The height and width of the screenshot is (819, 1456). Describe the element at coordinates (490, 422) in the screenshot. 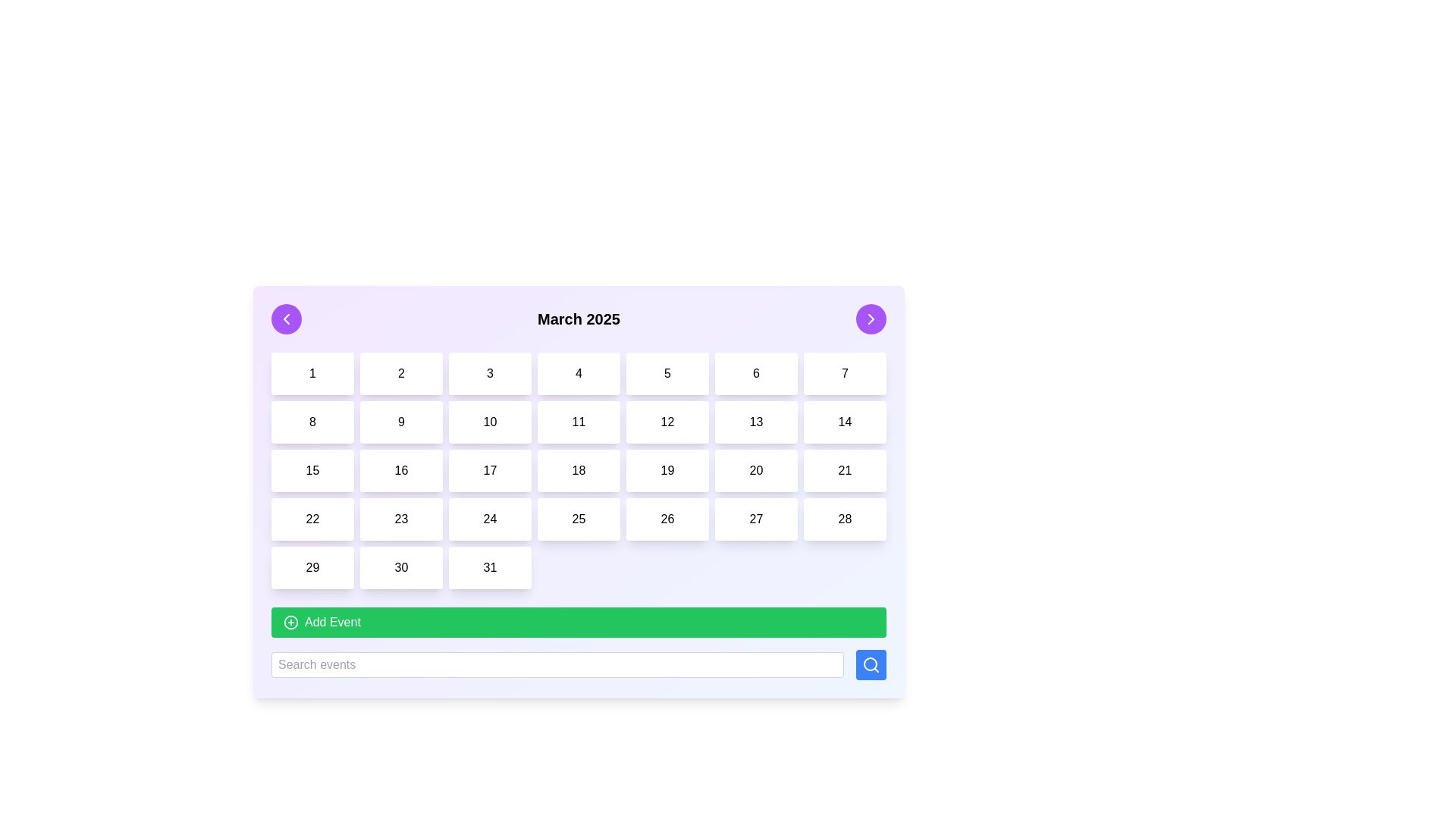

I see `the calendar date visual representation located in the second row and third column of the grid layout` at that location.